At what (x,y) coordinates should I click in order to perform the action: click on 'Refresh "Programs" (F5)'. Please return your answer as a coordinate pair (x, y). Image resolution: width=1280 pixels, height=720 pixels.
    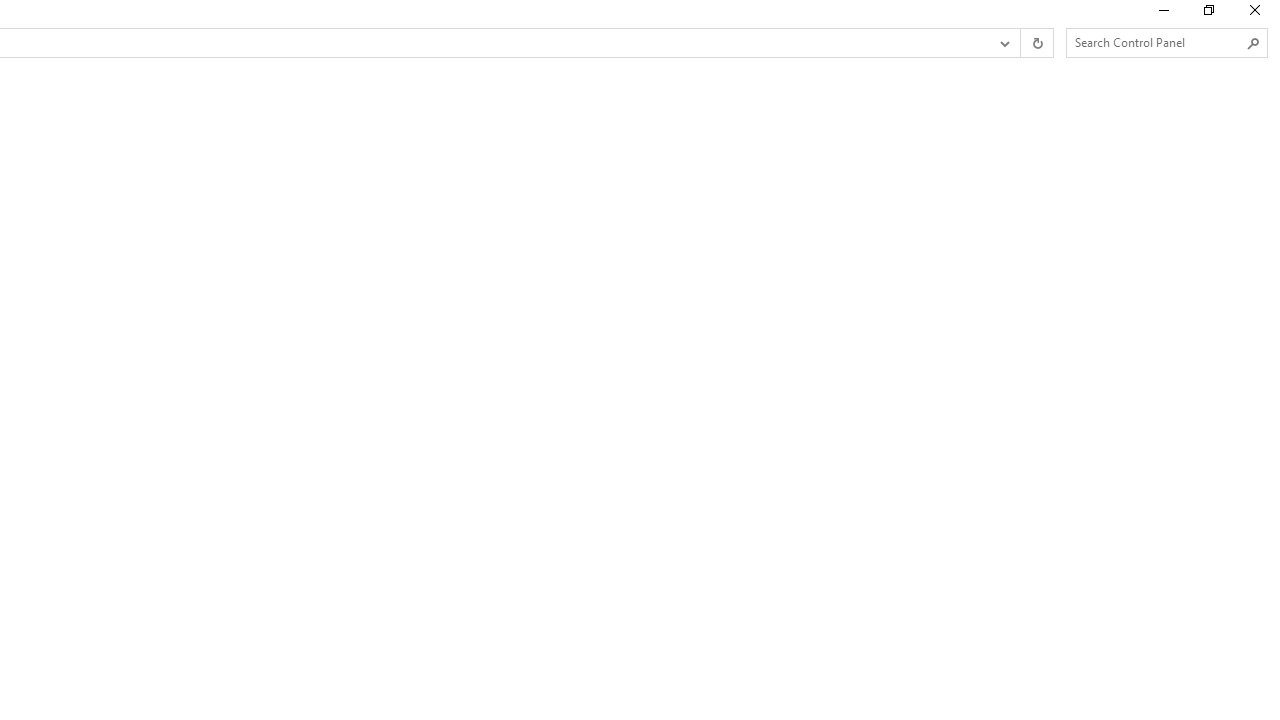
    Looking at the image, I should click on (1036, 43).